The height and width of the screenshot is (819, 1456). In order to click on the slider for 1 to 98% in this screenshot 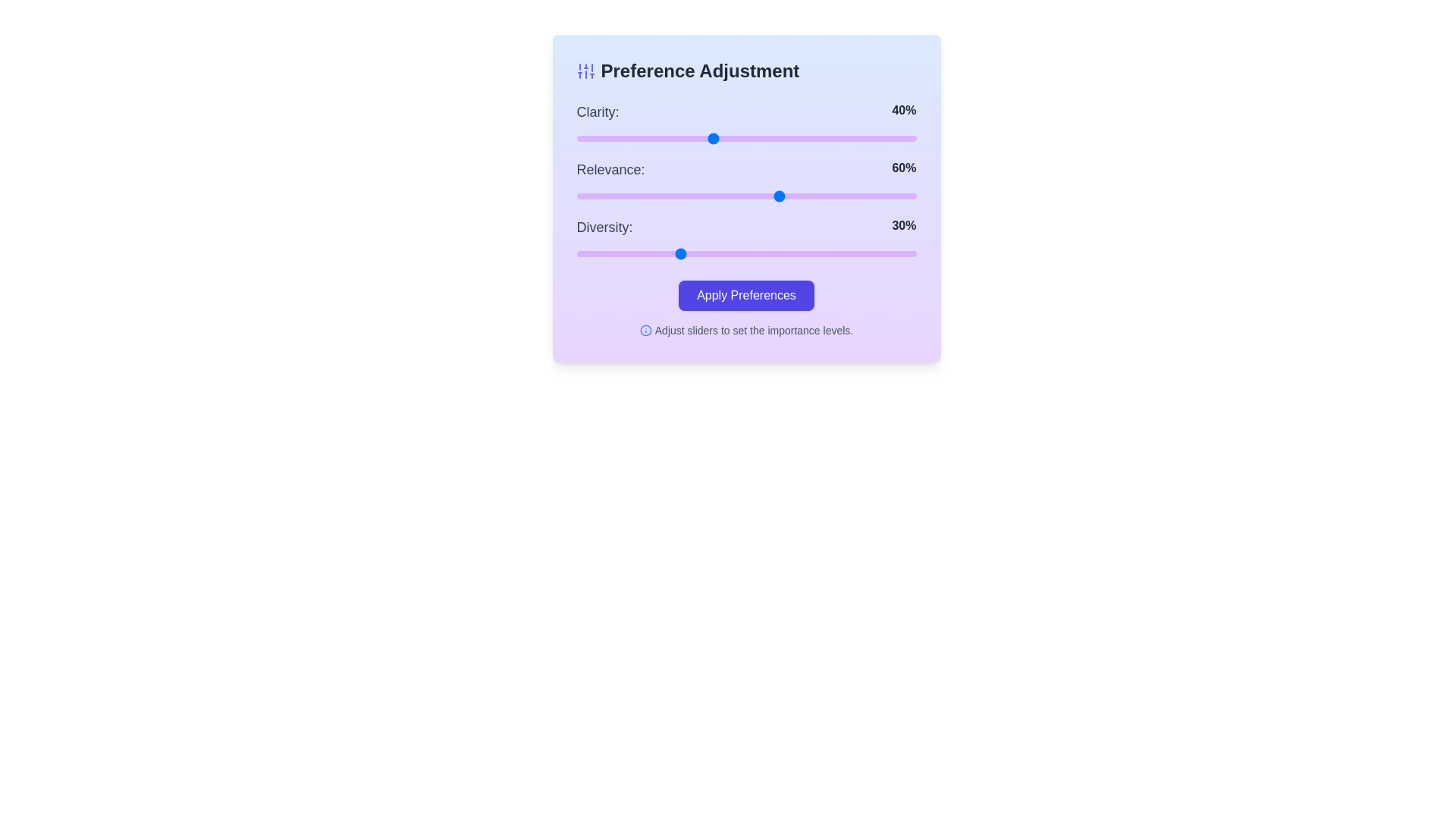, I will do `click(909, 195)`.